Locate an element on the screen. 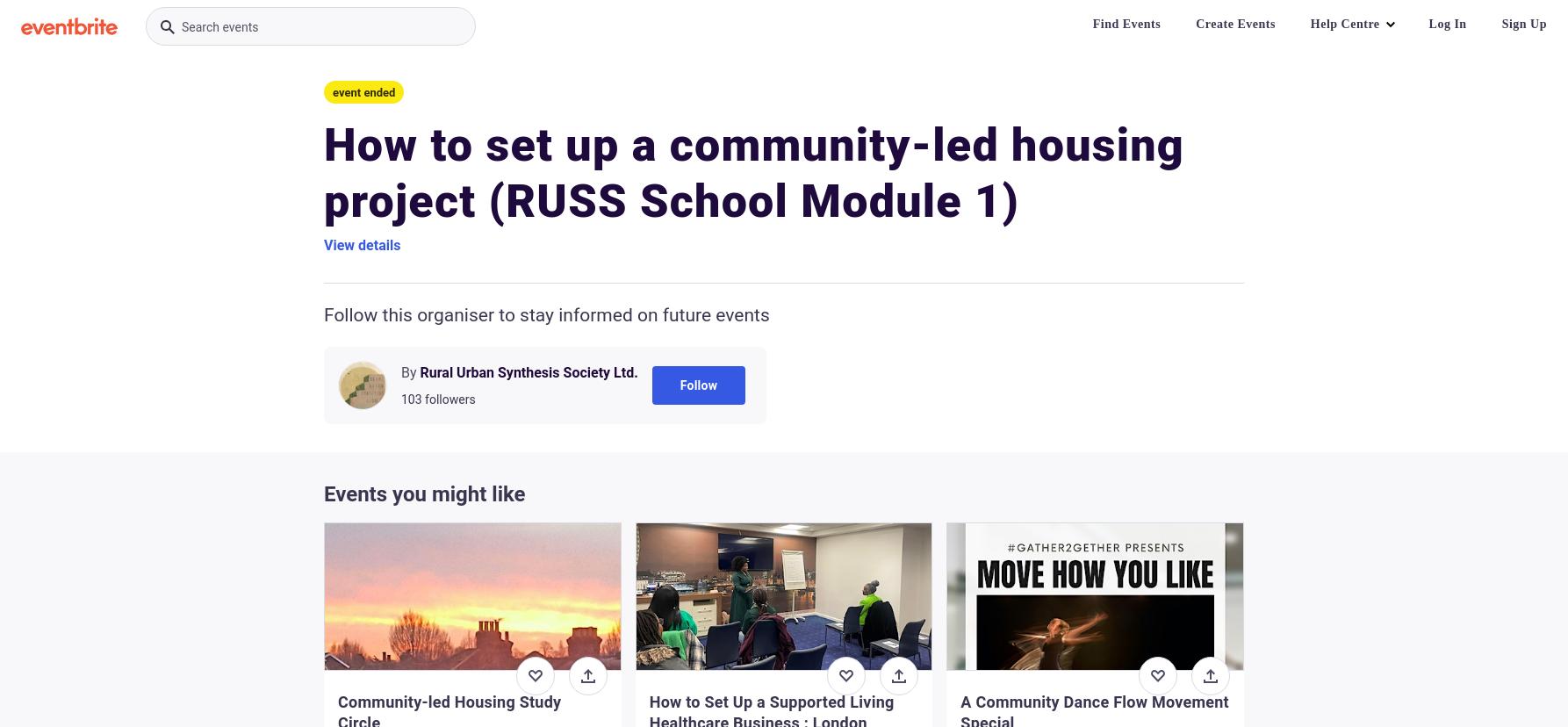  '103' is located at coordinates (410, 398).